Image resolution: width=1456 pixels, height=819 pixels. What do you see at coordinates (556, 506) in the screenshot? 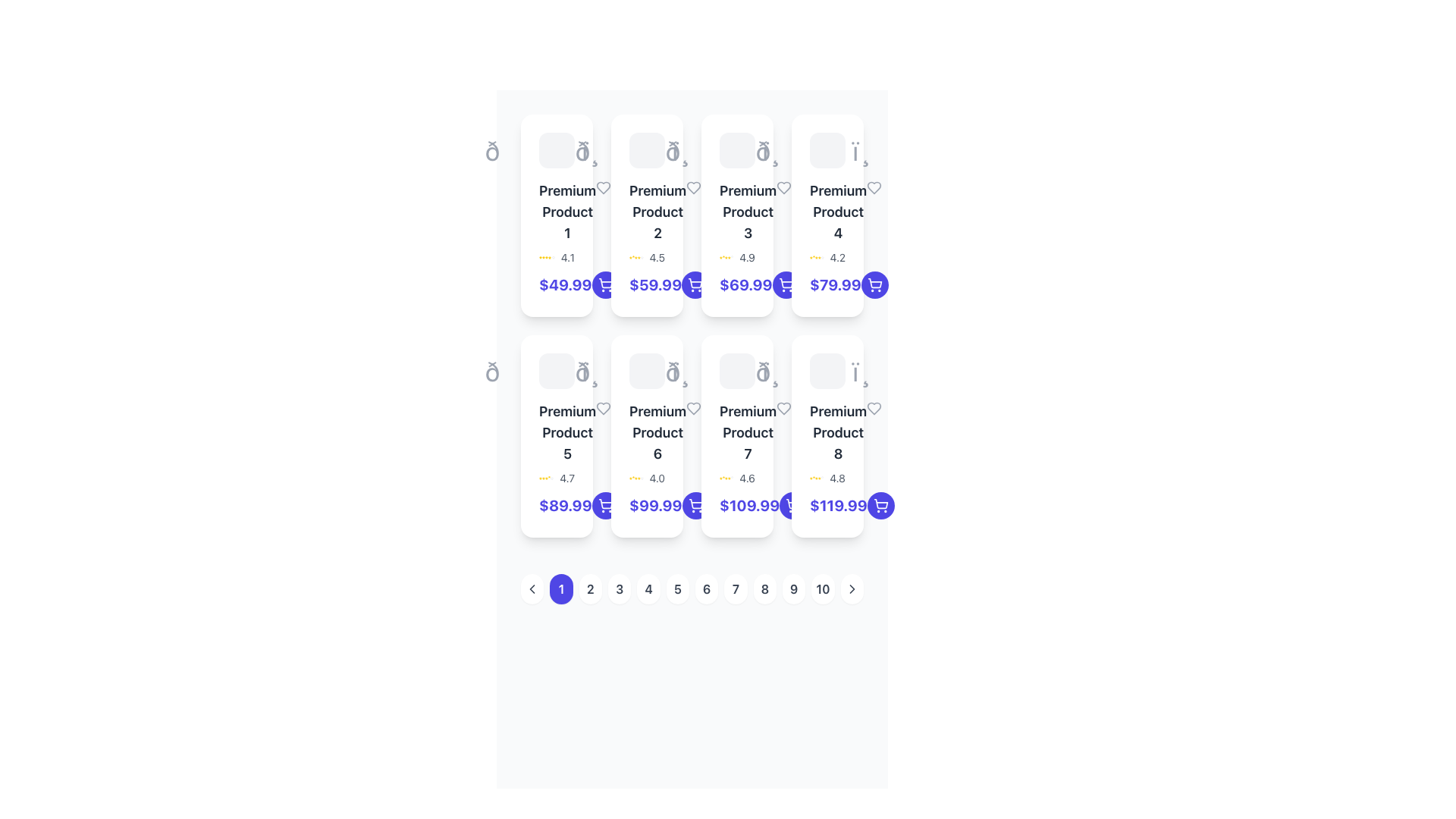
I see `price value displayed in the text label located in the product card for 'Premium Product 5', positioned above the shopping cart icon` at bounding box center [556, 506].